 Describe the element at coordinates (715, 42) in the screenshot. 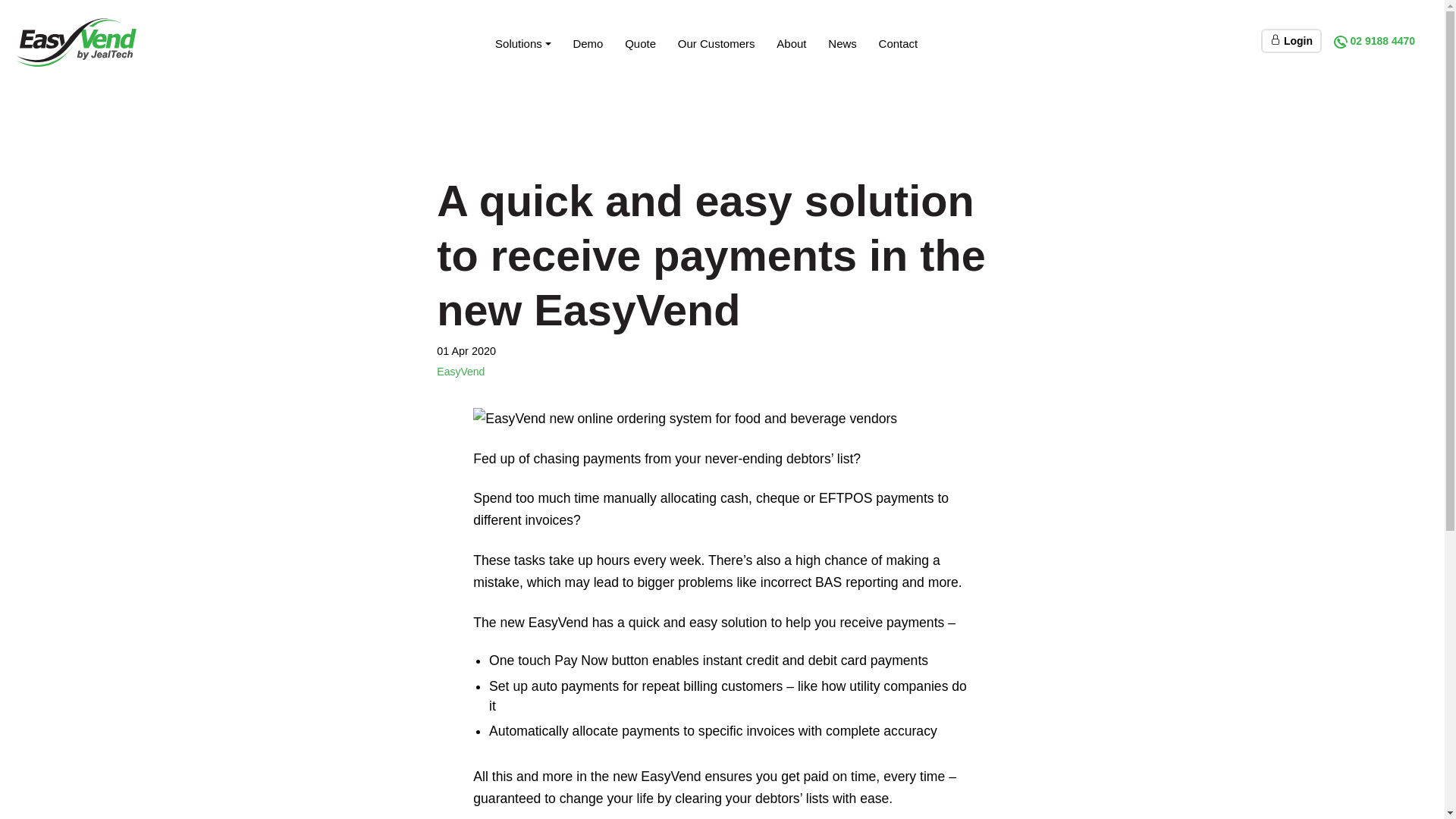

I see `'Our Customers'` at that location.